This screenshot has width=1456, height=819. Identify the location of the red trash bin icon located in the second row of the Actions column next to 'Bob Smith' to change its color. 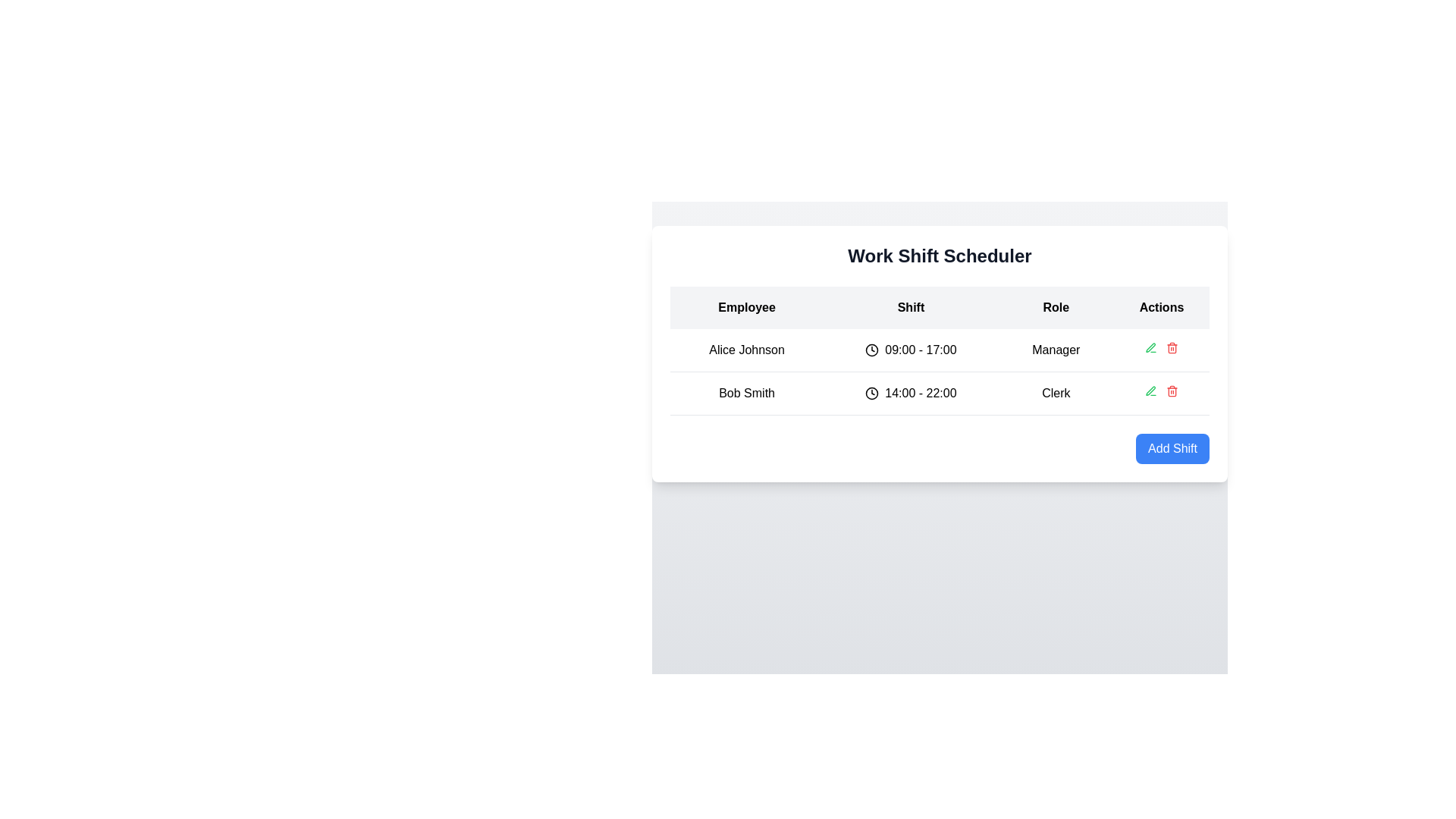
(1171, 391).